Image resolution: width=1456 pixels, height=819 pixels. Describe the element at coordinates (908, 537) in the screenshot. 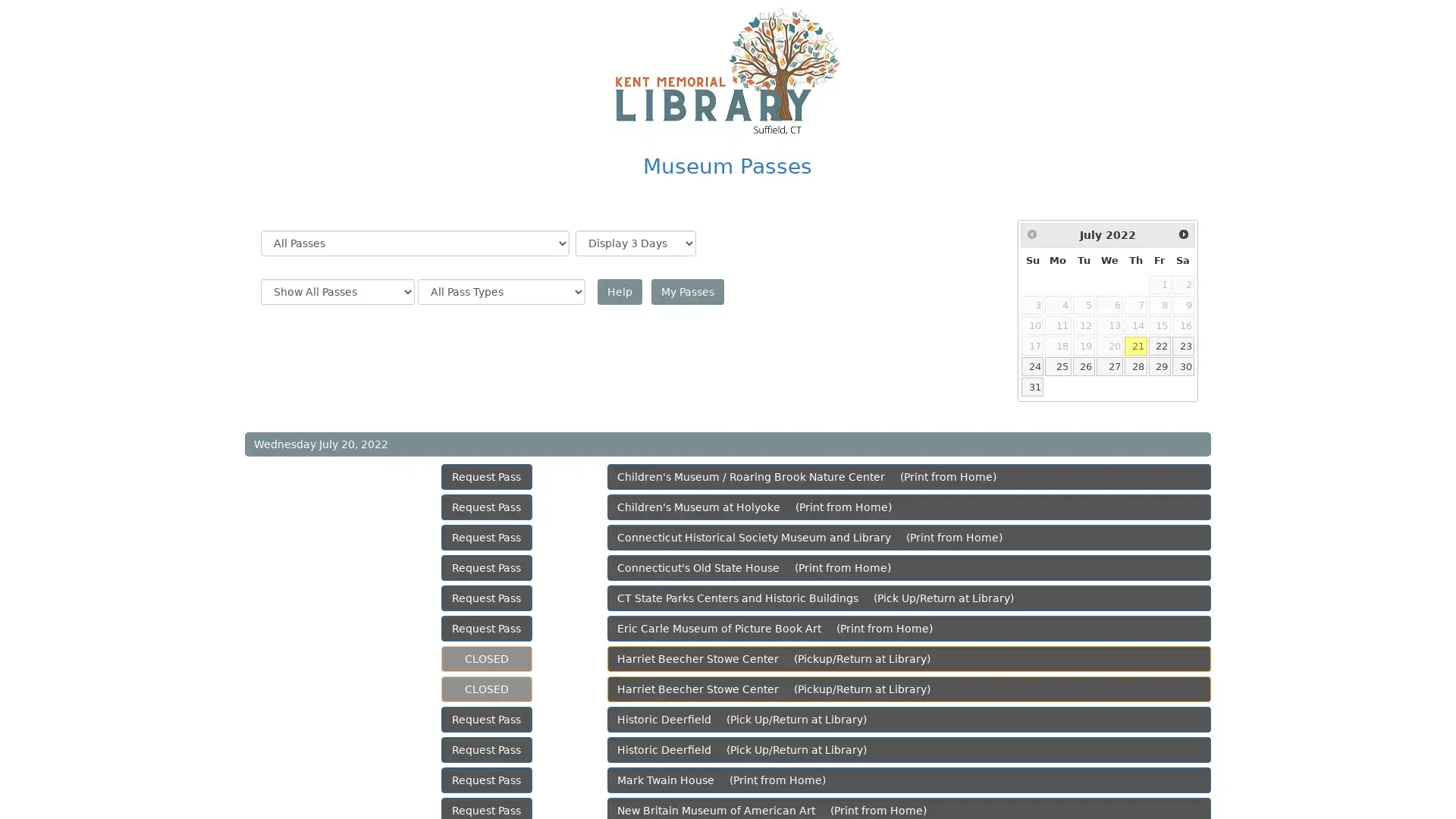

I see `Connecticut Historical Society Museum and Library     (Print from Home)` at that location.